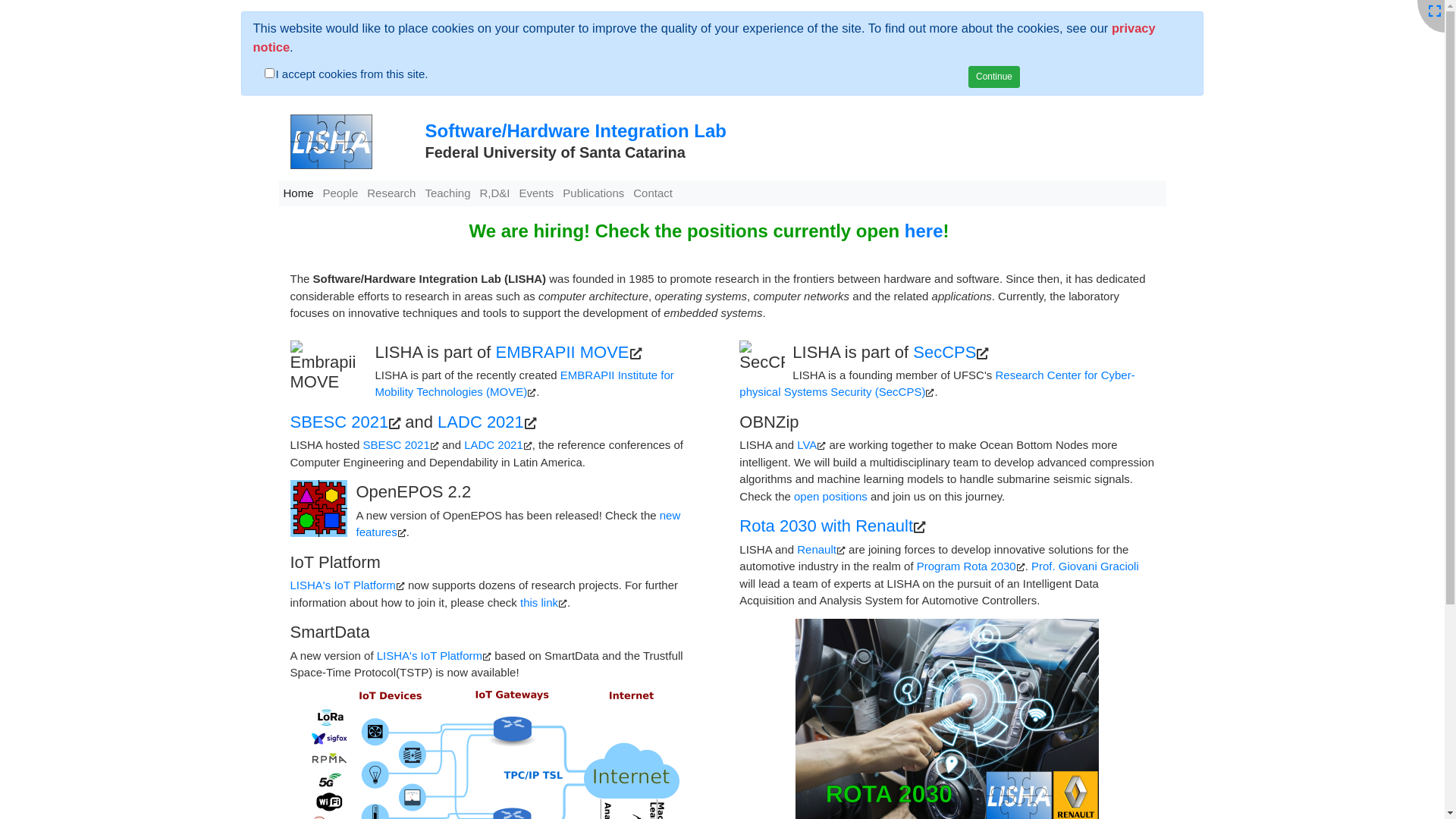  Describe the element at coordinates (574, 129) in the screenshot. I see `'Software/Hardware Integration Lab'` at that location.